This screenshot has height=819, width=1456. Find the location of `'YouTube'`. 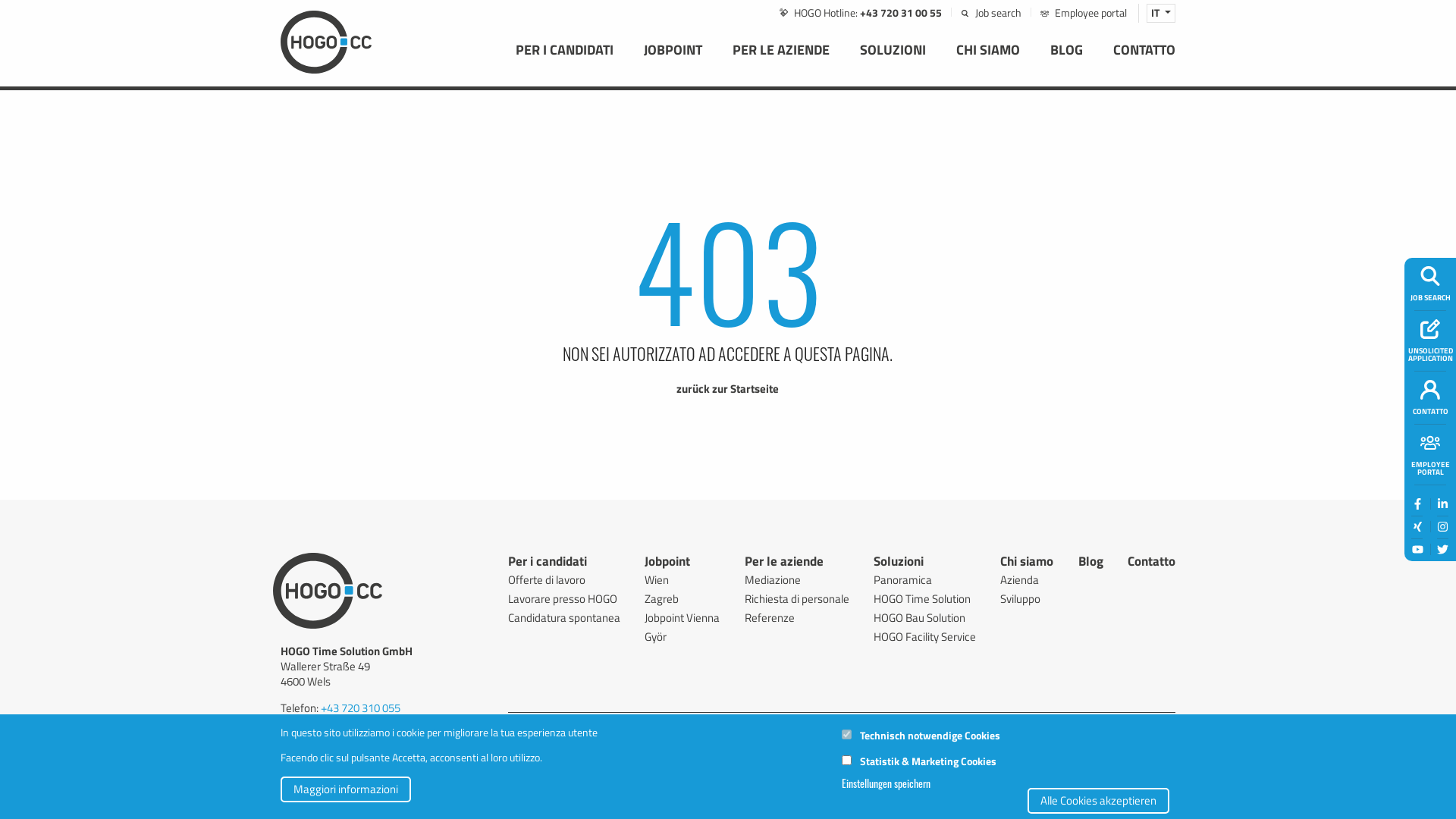

'YouTube' is located at coordinates (1417, 549).